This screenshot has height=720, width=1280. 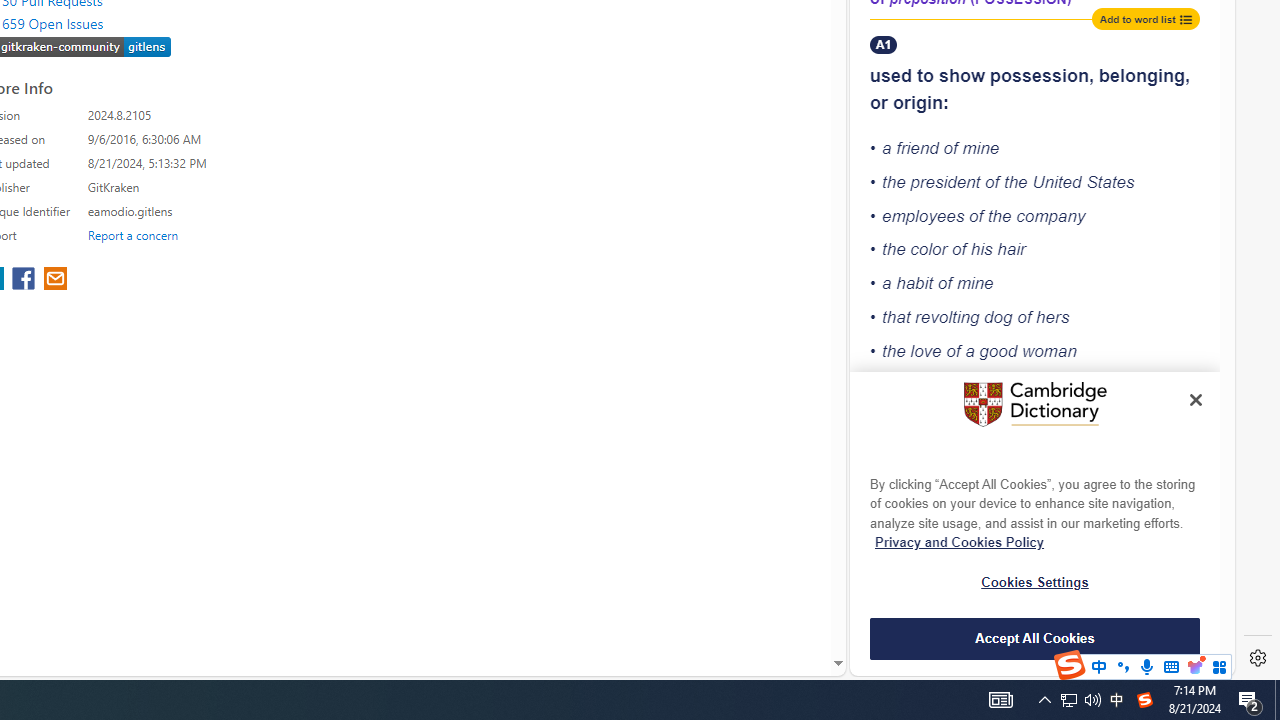 I want to click on 'Report a concern', so click(x=132, y=234).